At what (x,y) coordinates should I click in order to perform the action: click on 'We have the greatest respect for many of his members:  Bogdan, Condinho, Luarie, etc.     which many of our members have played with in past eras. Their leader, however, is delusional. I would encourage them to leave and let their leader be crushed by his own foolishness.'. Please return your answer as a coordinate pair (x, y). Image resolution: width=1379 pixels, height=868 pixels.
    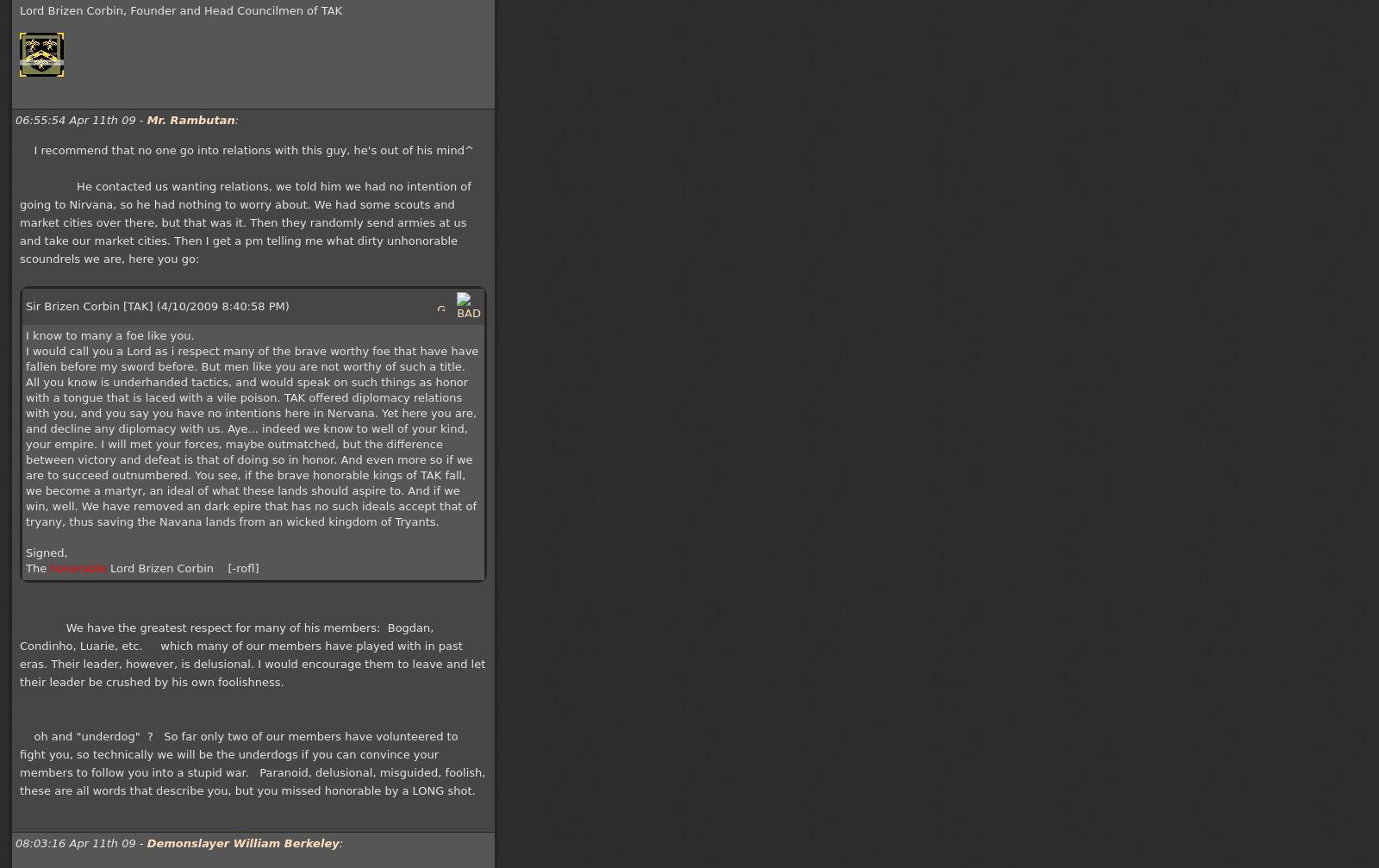
    Looking at the image, I should click on (252, 653).